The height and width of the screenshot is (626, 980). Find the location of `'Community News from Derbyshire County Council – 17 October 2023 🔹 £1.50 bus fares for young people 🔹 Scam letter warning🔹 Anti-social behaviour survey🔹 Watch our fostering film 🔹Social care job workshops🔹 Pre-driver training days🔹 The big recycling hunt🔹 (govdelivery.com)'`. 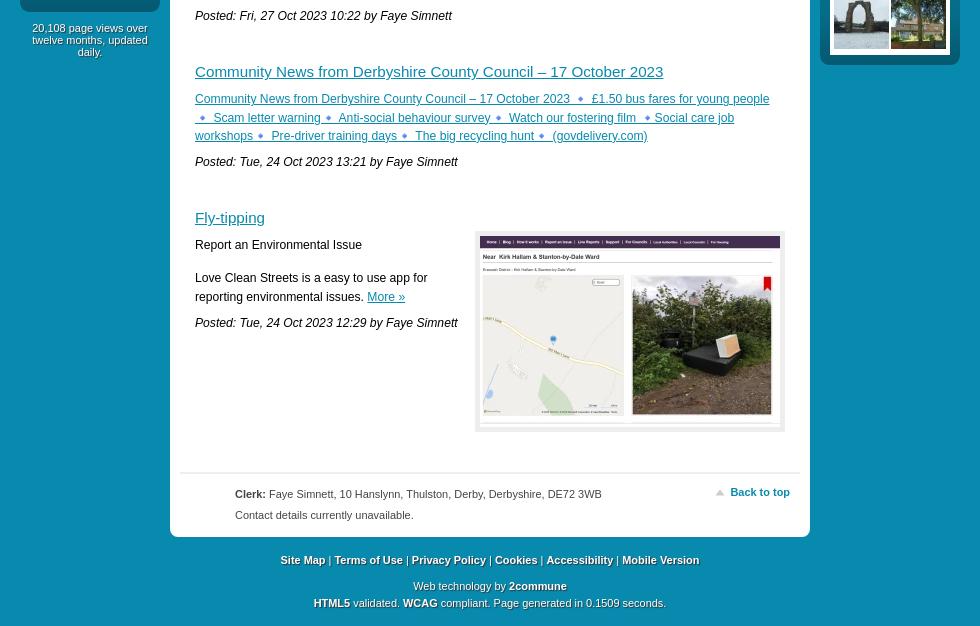

'Community News from Derbyshire County Council – 17 October 2023 🔹 £1.50 bus fares for young people 🔹 Scam letter warning🔹 Anti-social behaviour survey🔹 Watch our fostering film 🔹Social care job workshops🔹 Pre-driver training days🔹 The big recycling hunt🔹 (govdelivery.com)' is located at coordinates (195, 116).